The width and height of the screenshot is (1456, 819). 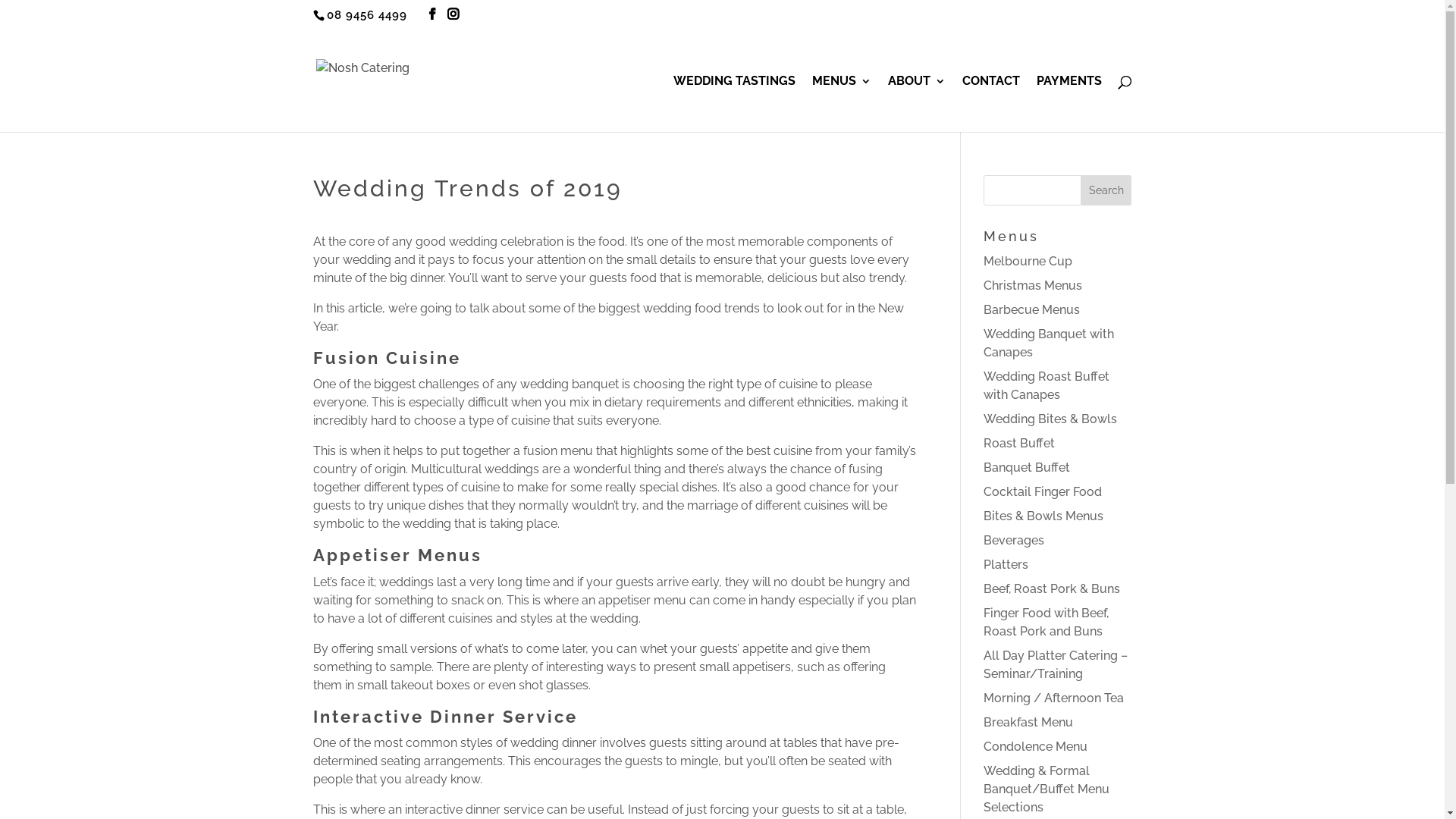 What do you see at coordinates (1019, 443) in the screenshot?
I see `'Roast Buffet'` at bounding box center [1019, 443].